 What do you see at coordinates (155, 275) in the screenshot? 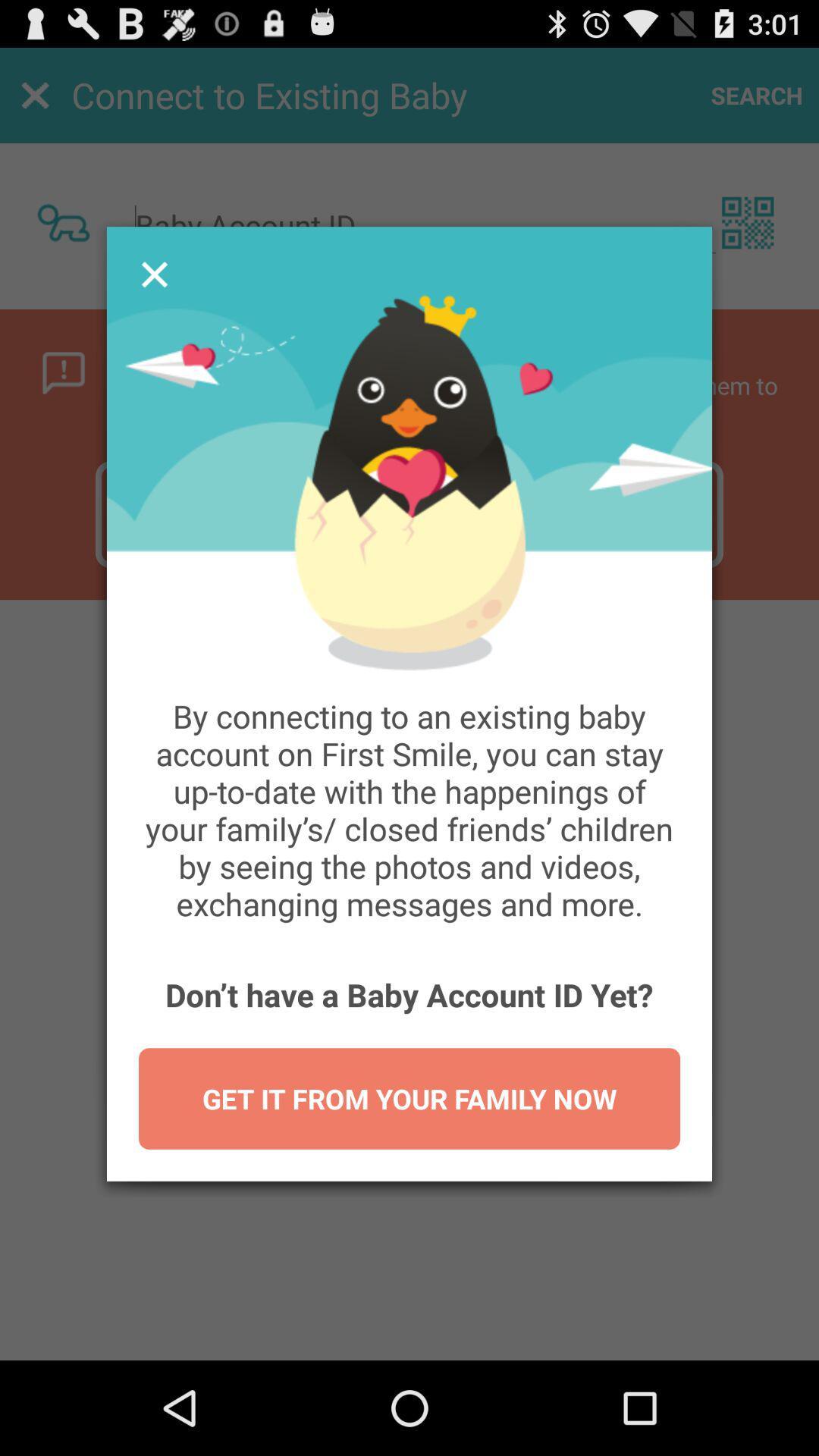
I see `the icon at the top left corner` at bounding box center [155, 275].